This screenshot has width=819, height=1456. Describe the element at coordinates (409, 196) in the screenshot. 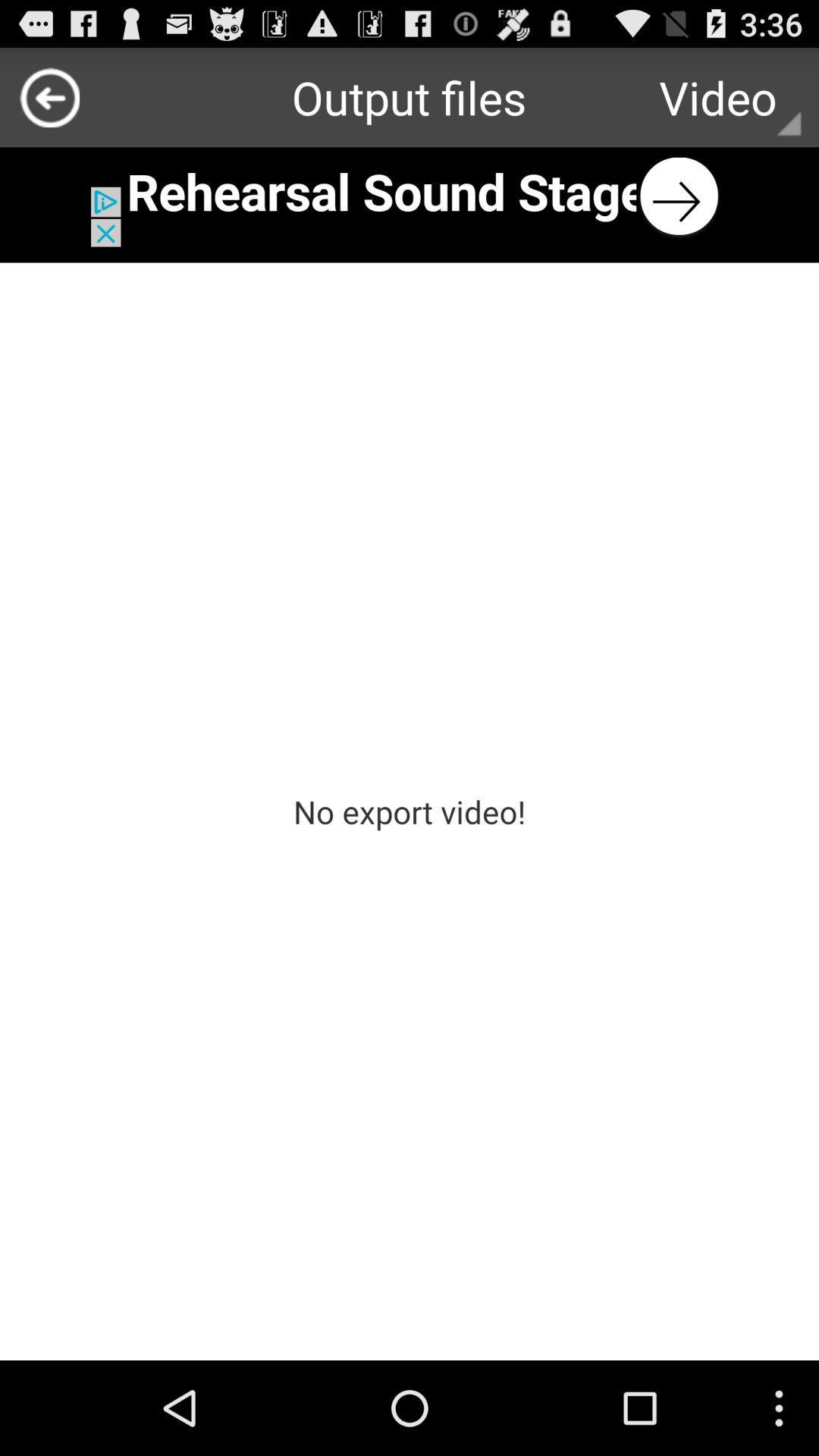

I see `title for the page` at that location.